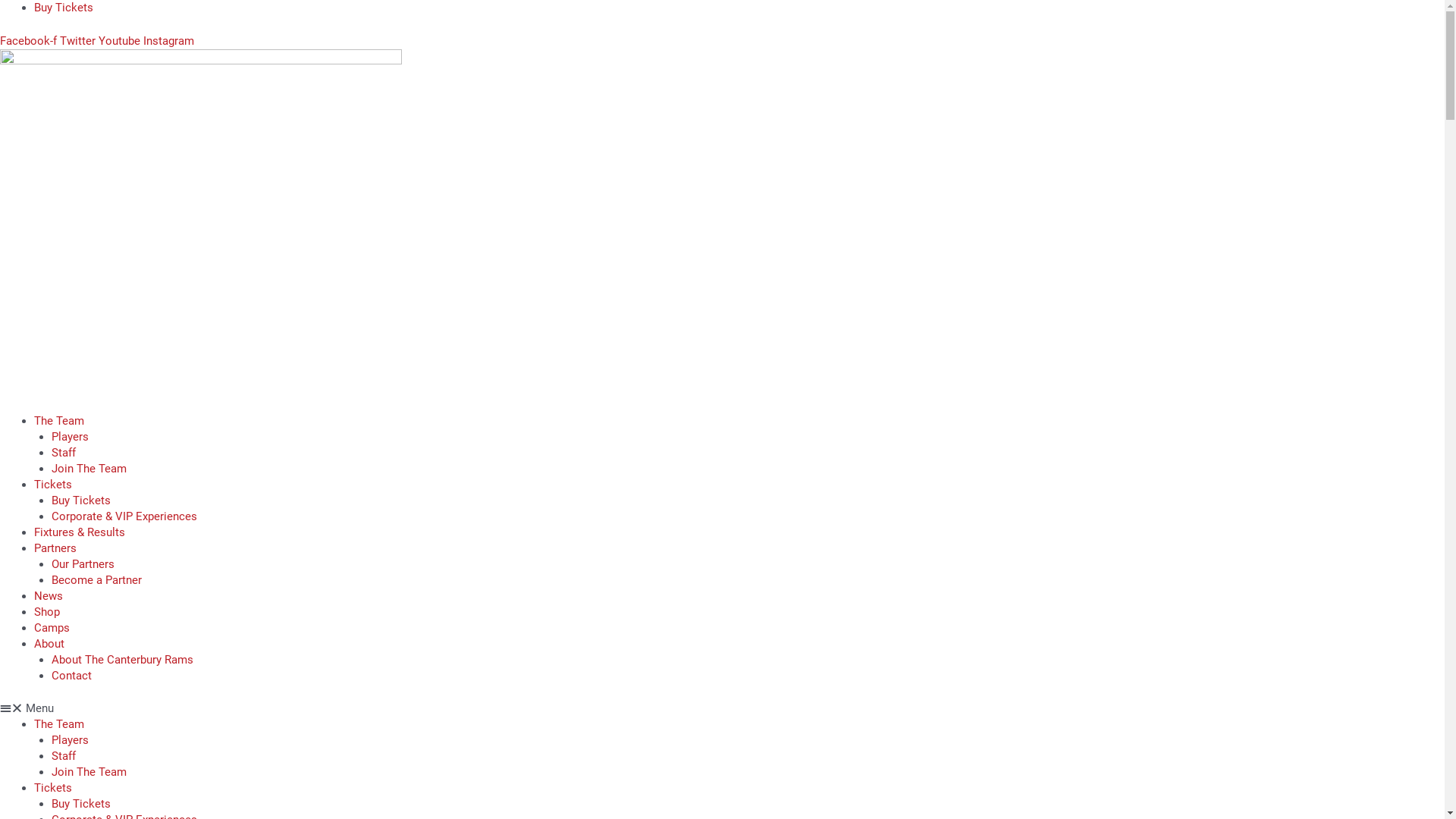 The image size is (1456, 819). Describe the element at coordinates (71, 675) in the screenshot. I see `'Contact'` at that location.